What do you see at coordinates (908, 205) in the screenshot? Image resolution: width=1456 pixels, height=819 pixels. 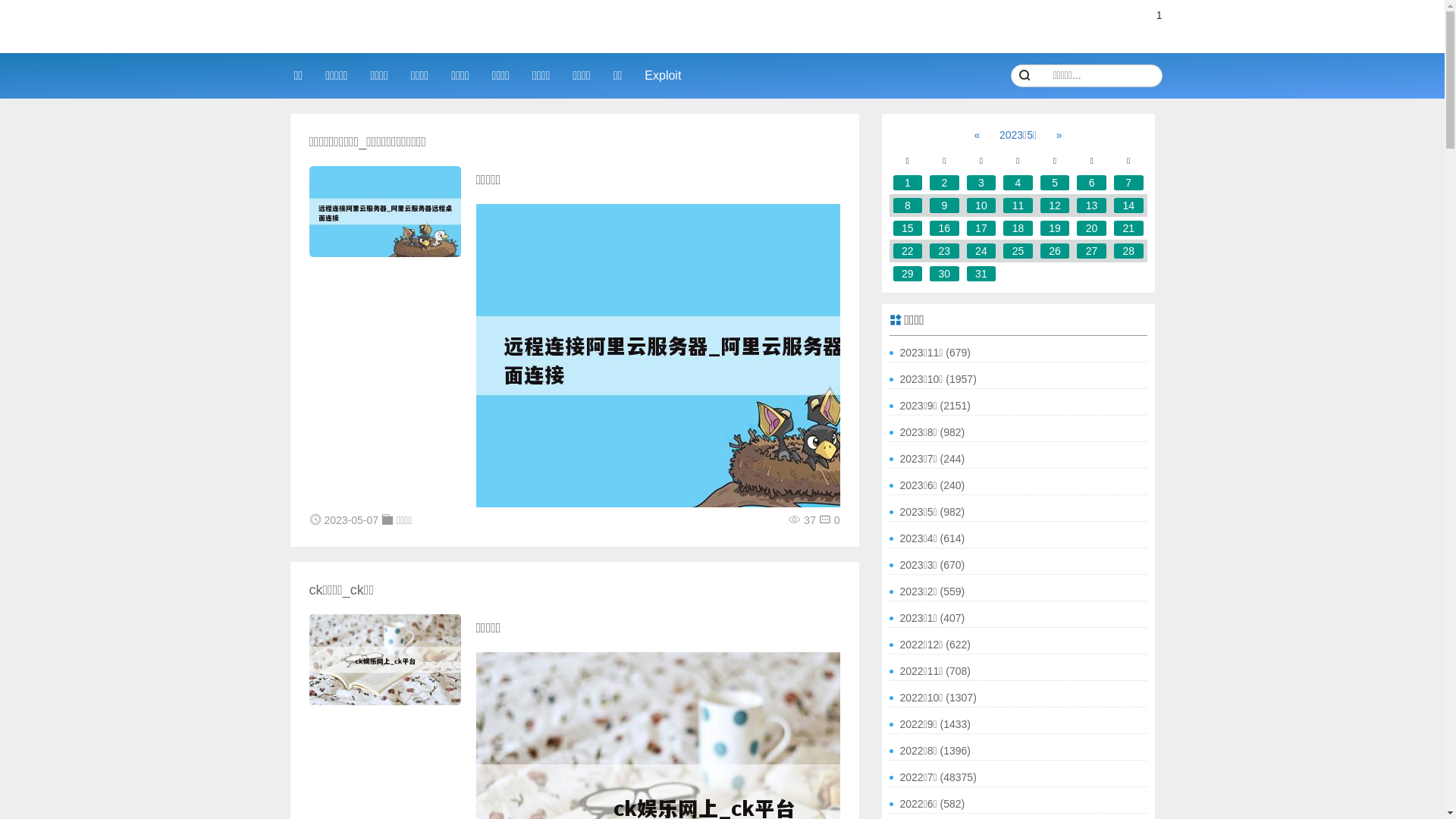 I see `'8'` at bounding box center [908, 205].